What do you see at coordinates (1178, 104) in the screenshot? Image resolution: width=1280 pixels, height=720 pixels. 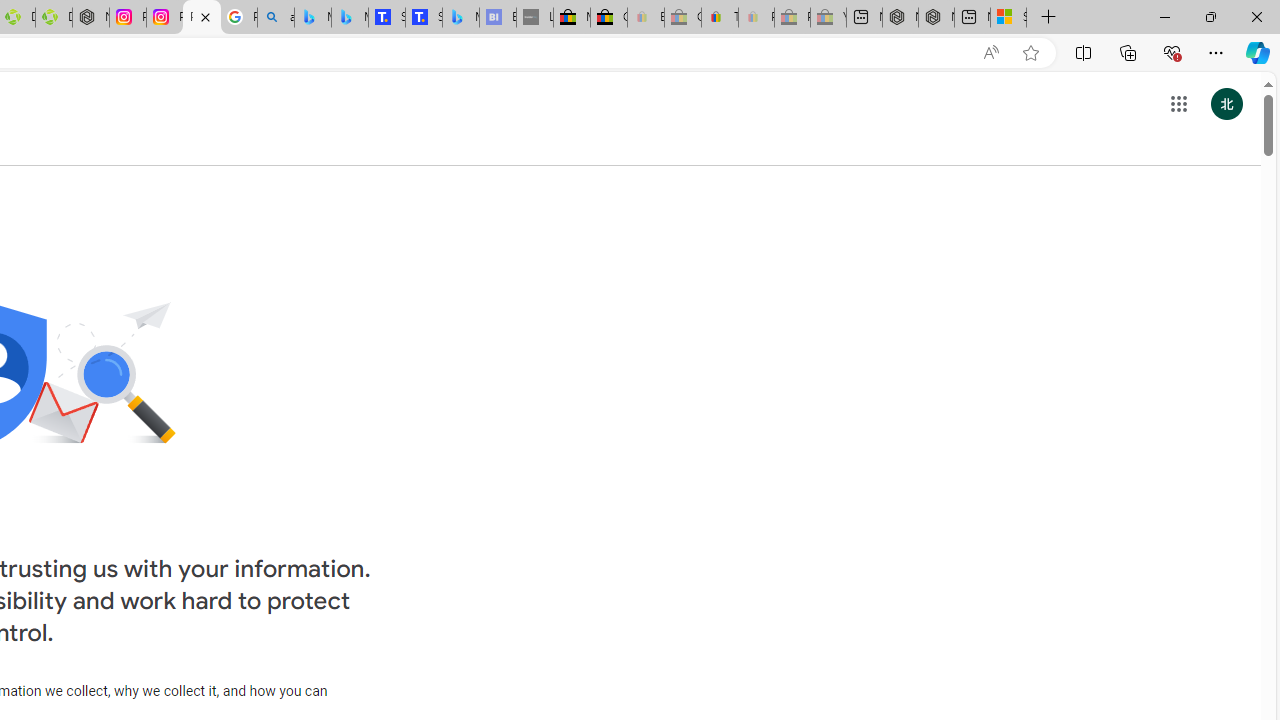 I see `'Class: gb_E'` at bounding box center [1178, 104].